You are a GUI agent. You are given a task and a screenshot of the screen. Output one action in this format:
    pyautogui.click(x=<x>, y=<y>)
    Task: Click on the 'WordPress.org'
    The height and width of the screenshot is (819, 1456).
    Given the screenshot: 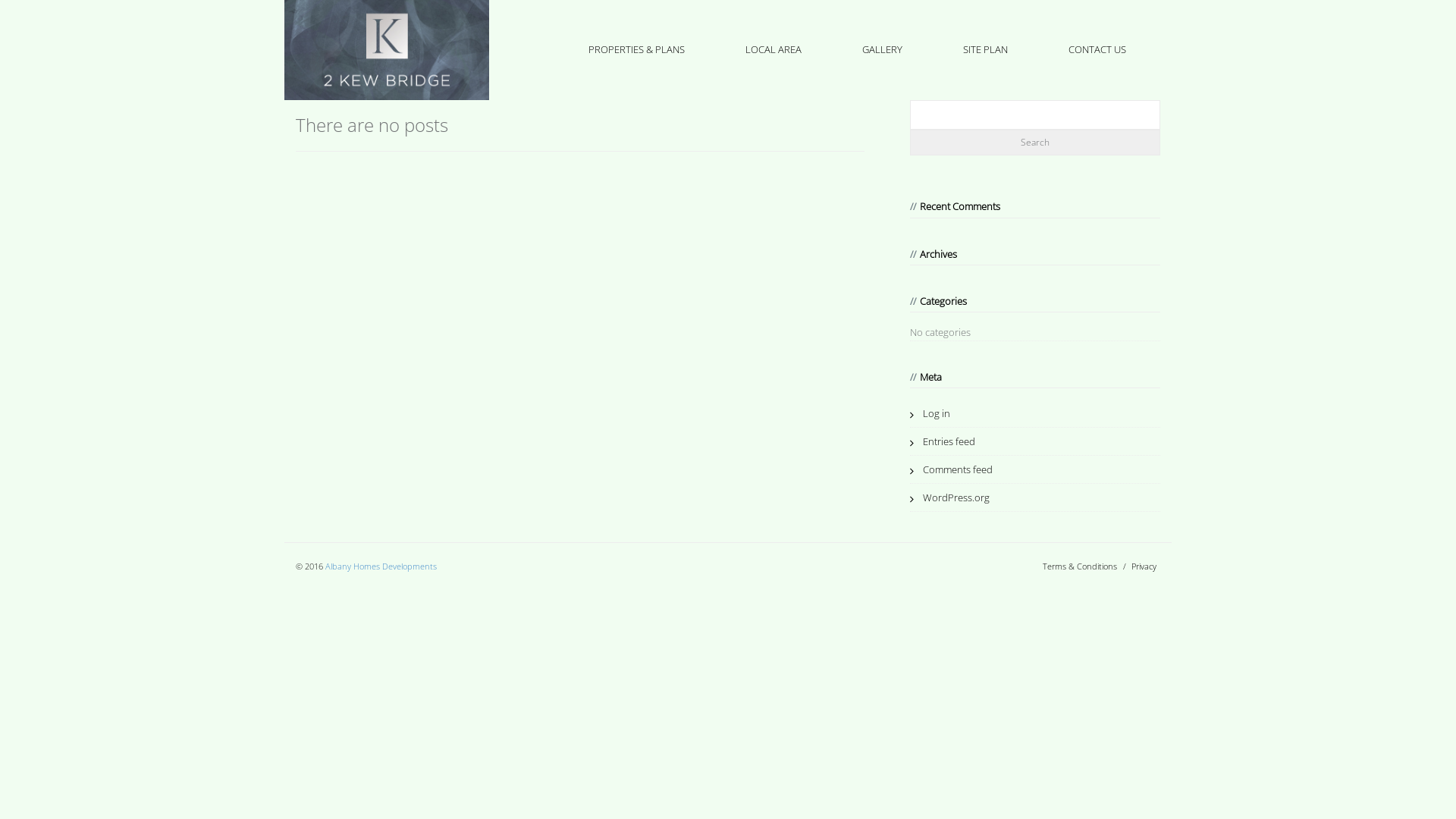 What is the action you would take?
    pyautogui.click(x=949, y=497)
    